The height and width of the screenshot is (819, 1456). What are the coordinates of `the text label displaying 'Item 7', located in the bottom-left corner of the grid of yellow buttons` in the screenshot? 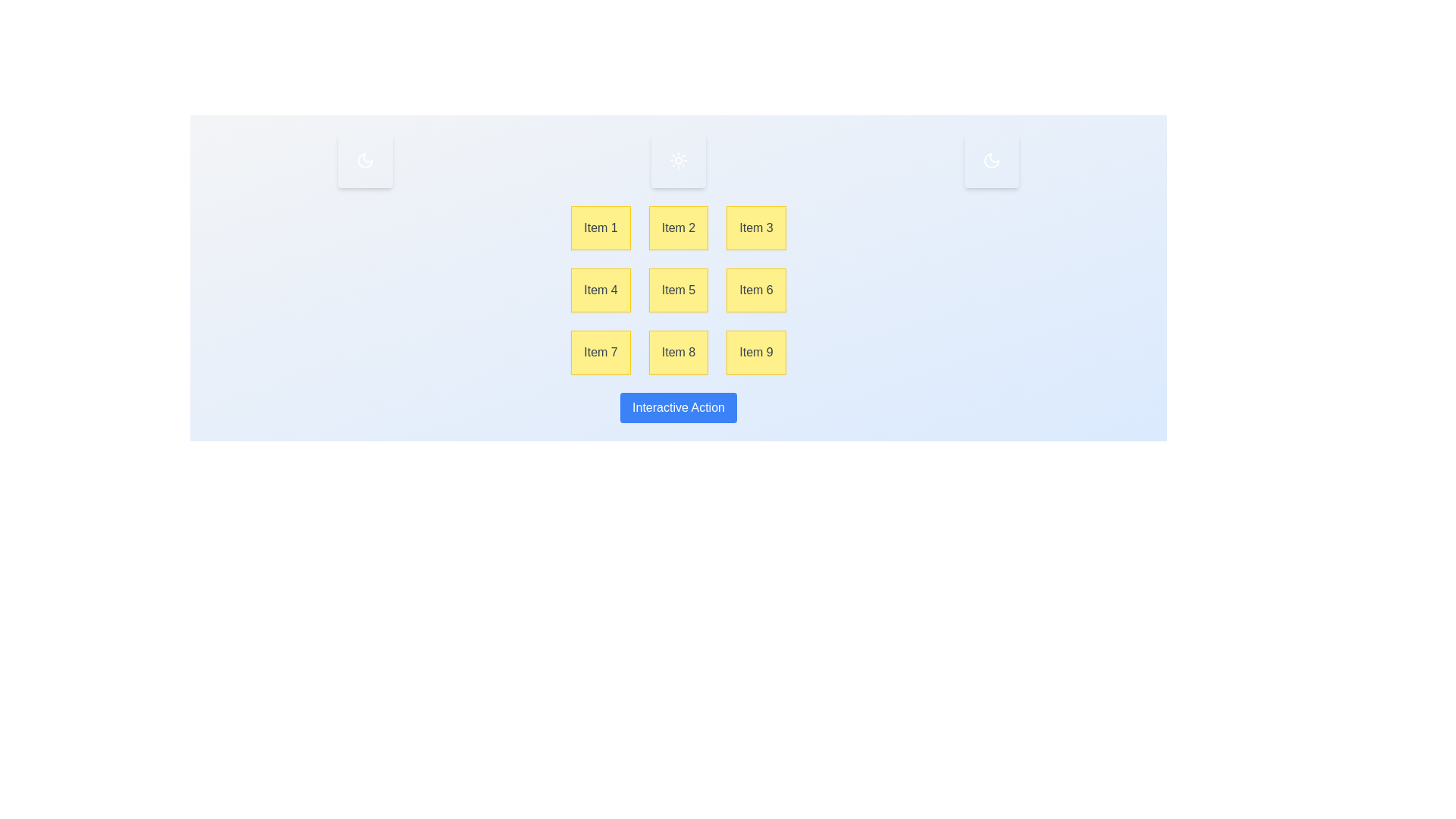 It's located at (600, 352).